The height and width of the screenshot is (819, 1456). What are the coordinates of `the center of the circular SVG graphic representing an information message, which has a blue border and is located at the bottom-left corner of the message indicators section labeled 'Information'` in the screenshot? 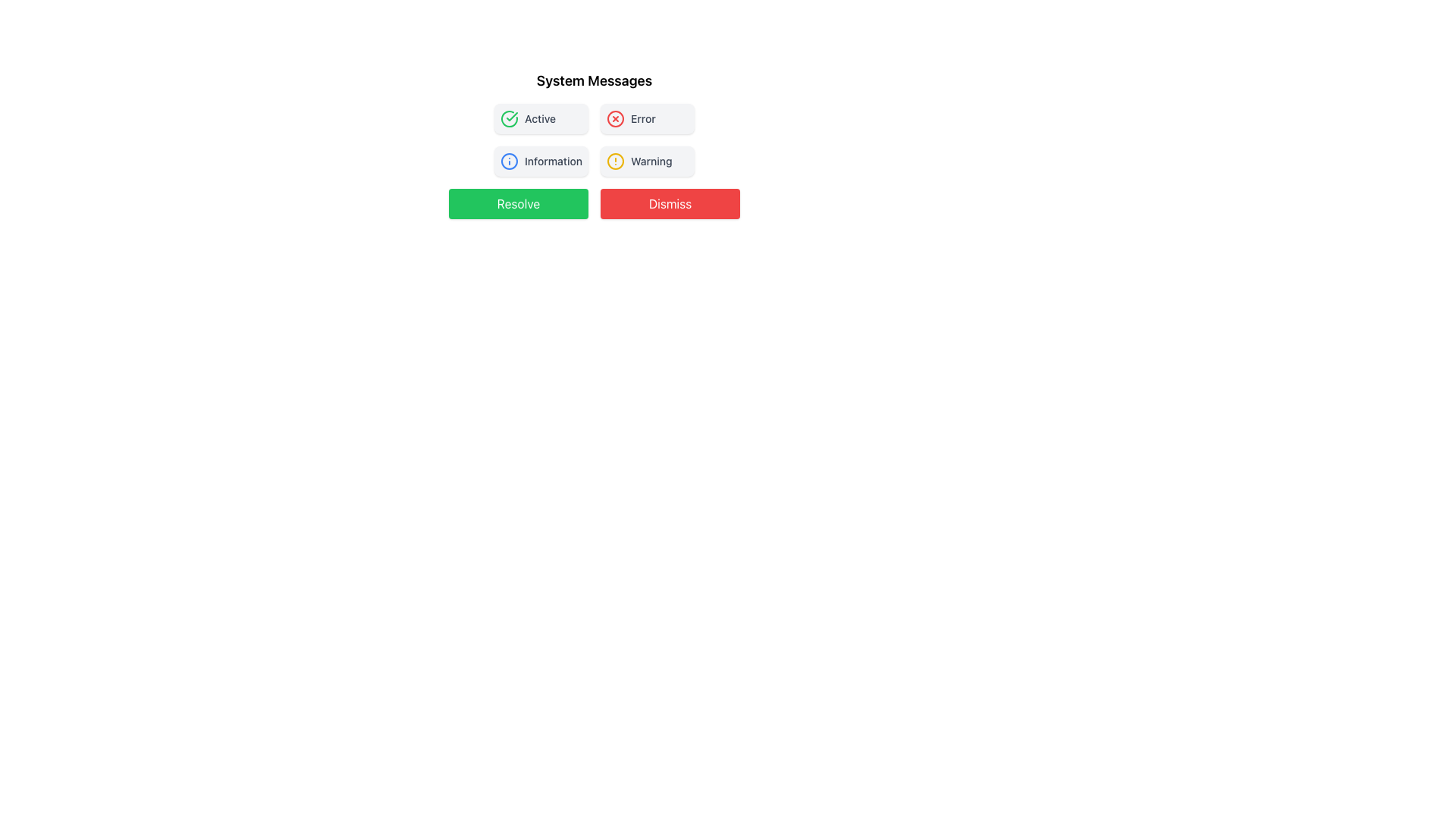 It's located at (510, 161).